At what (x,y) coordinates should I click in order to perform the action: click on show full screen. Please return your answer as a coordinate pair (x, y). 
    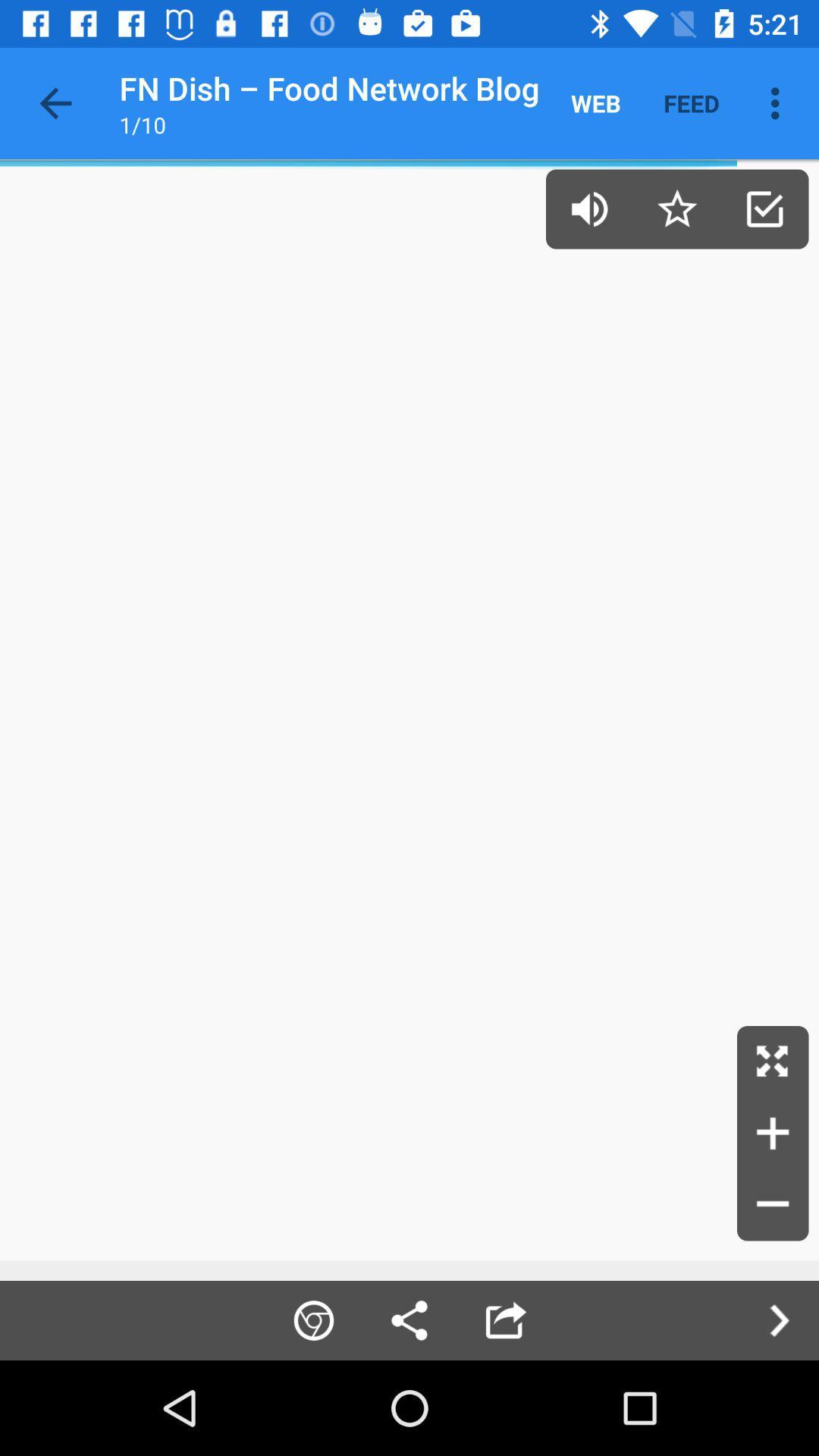
    Looking at the image, I should click on (773, 1061).